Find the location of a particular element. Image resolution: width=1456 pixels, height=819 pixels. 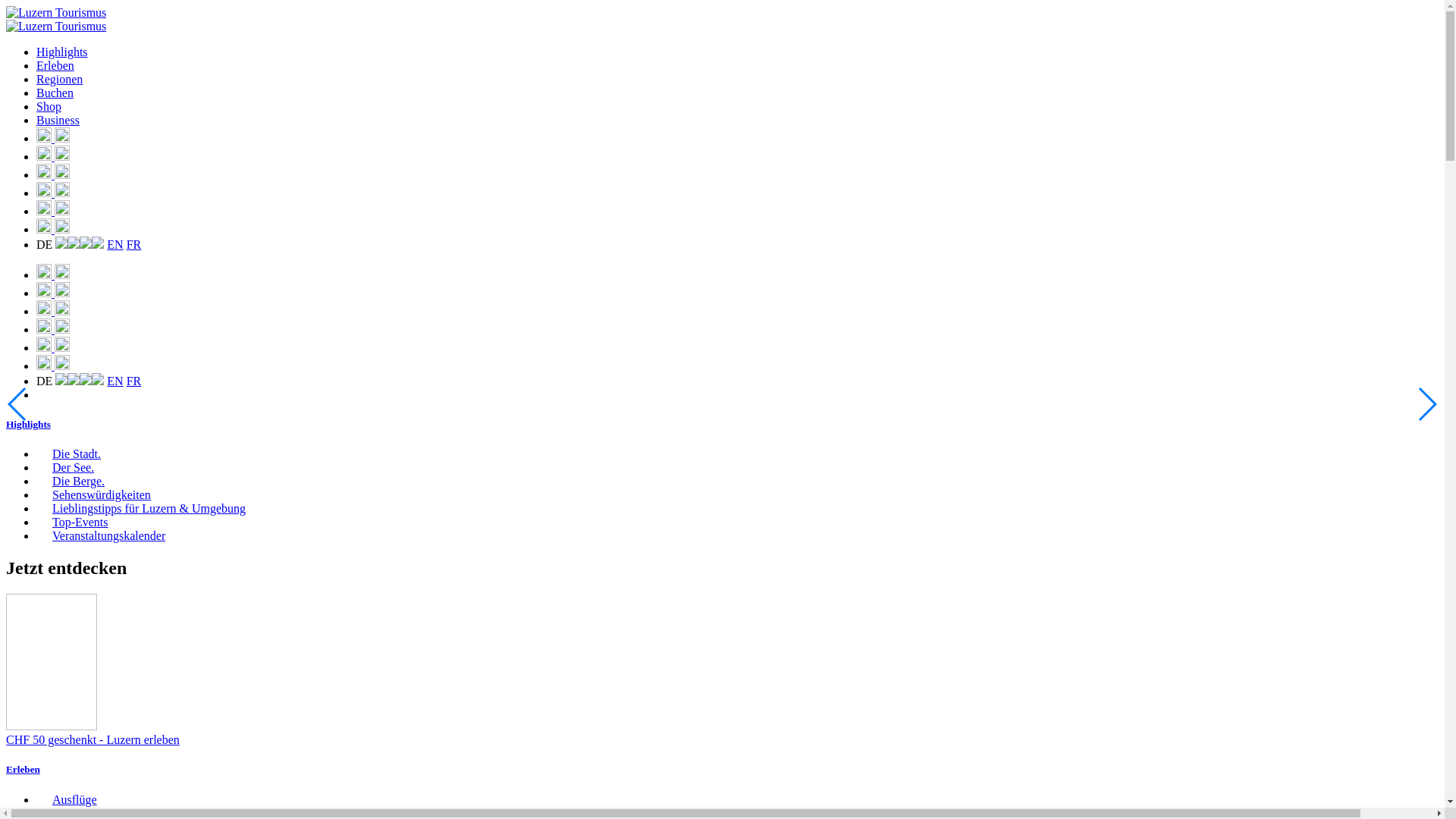

'EN' is located at coordinates (114, 380).